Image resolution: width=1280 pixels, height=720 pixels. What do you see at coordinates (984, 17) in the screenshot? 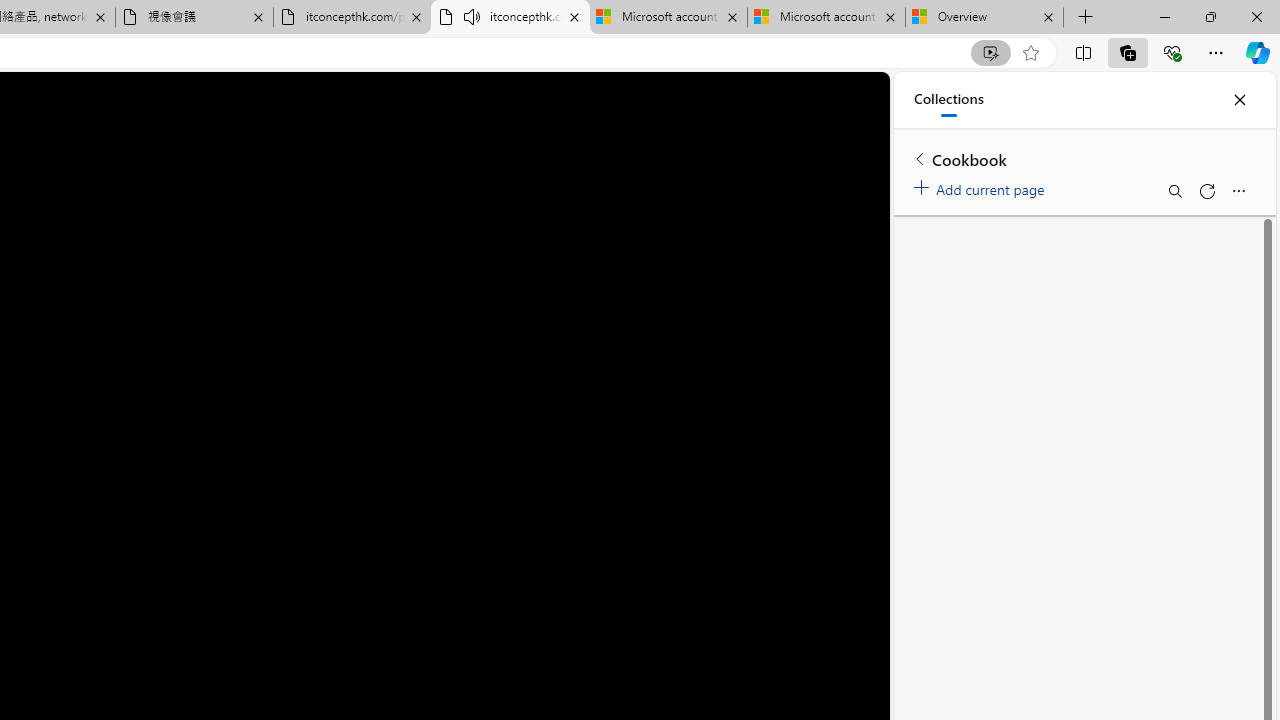
I see `'Overview'` at bounding box center [984, 17].